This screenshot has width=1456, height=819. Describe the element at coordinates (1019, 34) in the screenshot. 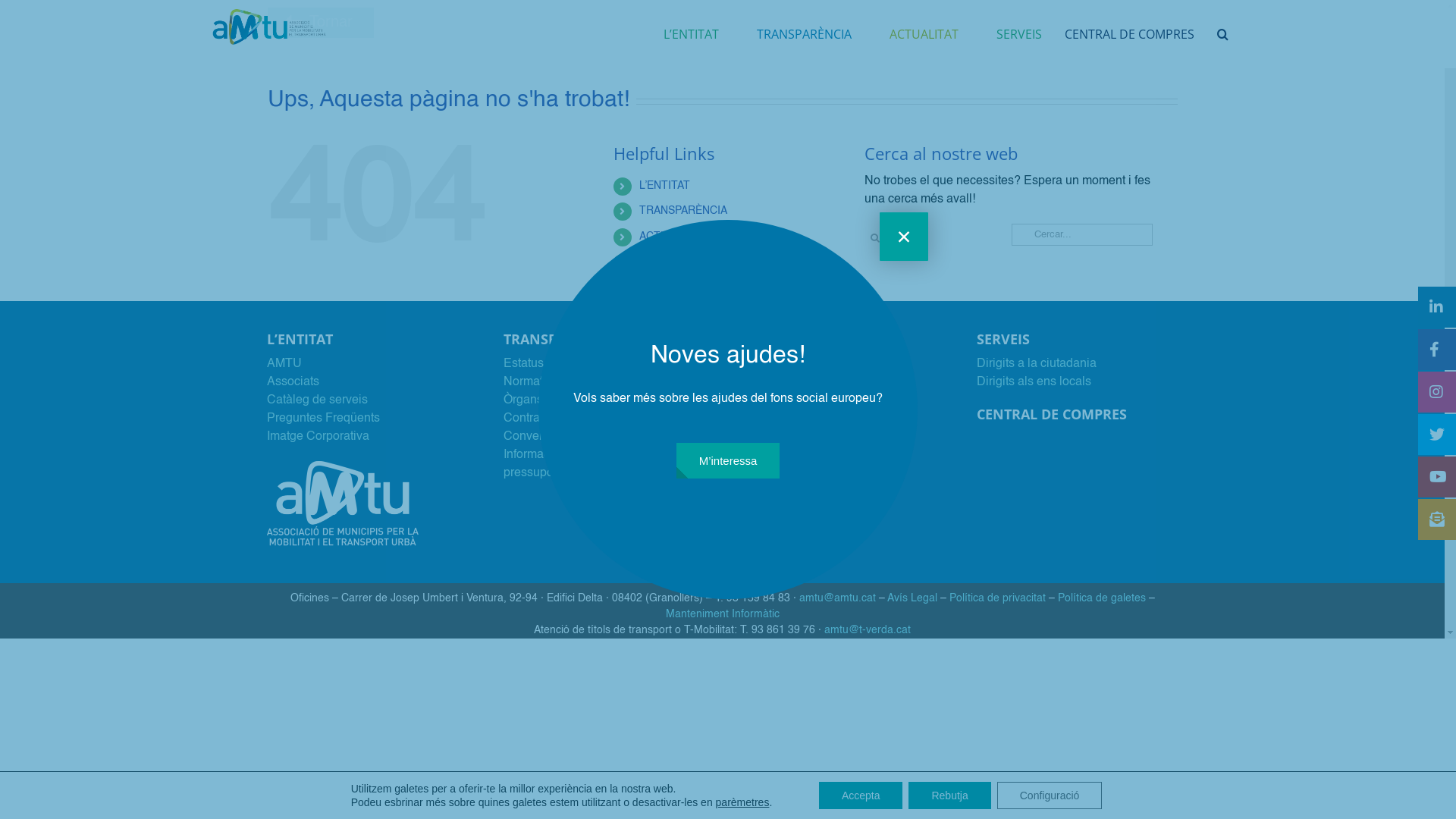

I see `'SERVEIS'` at that location.